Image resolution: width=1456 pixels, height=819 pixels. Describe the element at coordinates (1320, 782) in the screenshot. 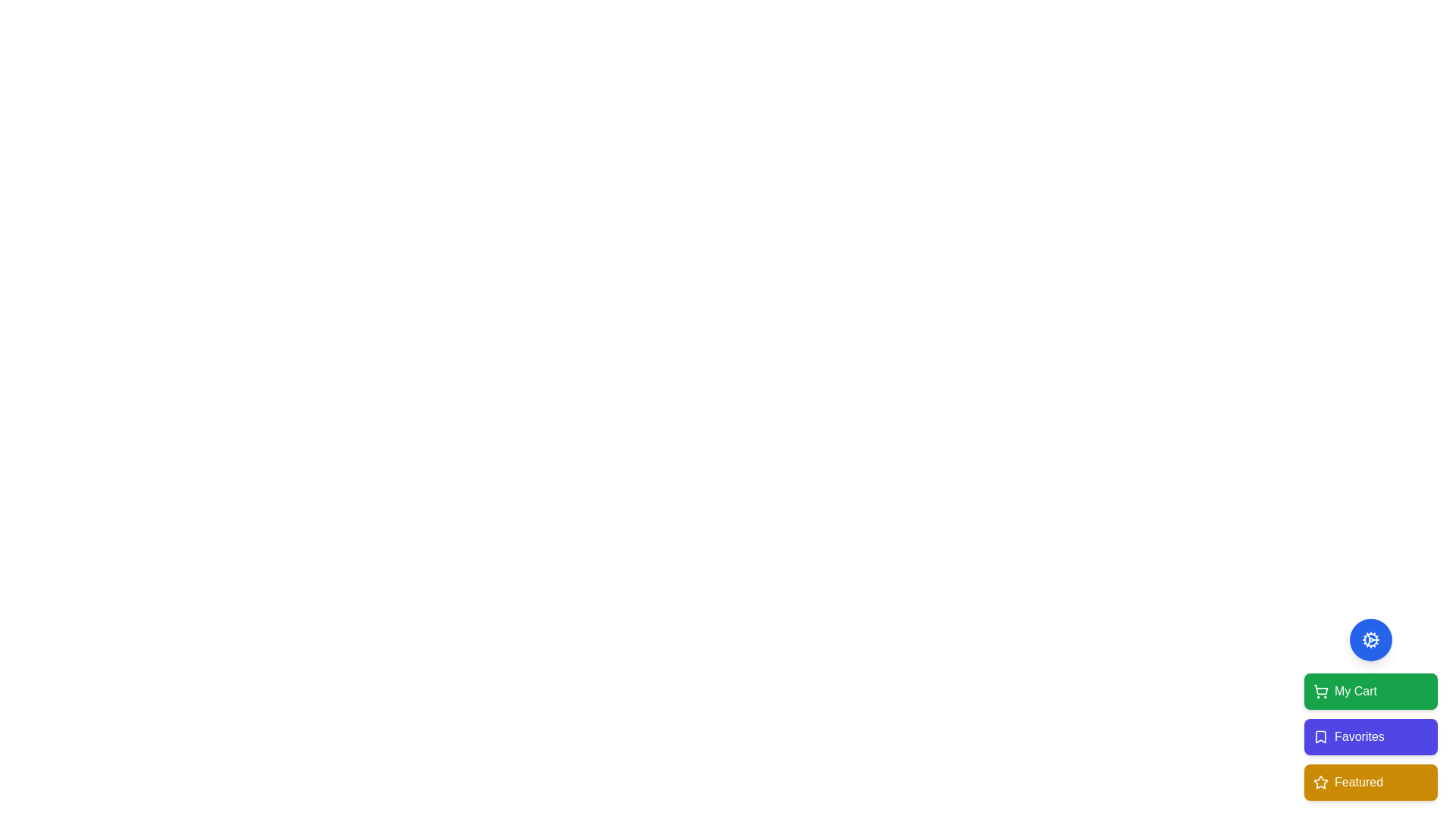

I see `the star icon located at the bottom-right corner of the interface, to the left of the 'Featured' label` at that location.